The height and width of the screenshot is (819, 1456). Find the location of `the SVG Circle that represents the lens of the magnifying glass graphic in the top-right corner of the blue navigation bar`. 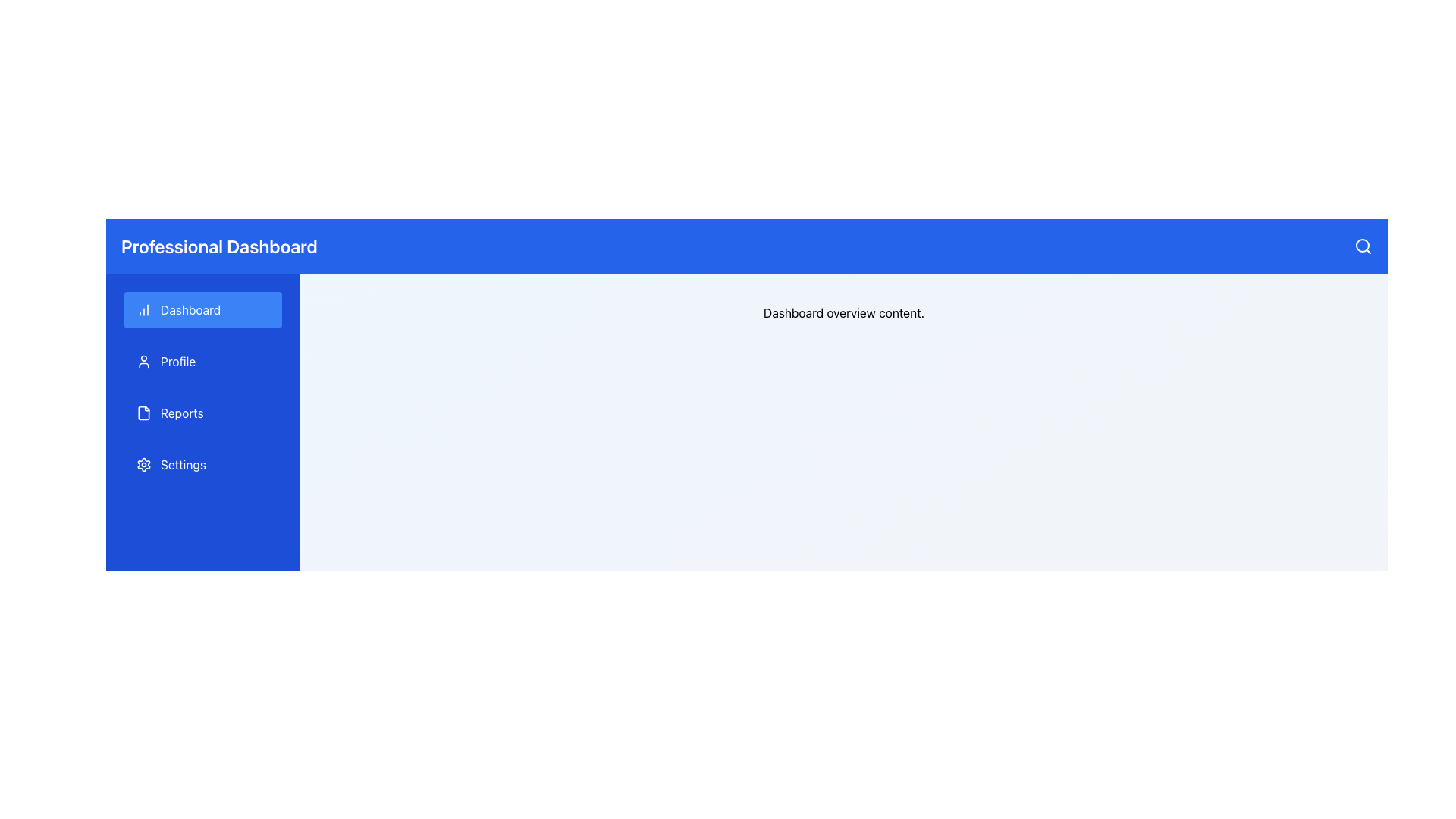

the SVG Circle that represents the lens of the magnifying glass graphic in the top-right corner of the blue navigation bar is located at coordinates (1362, 245).